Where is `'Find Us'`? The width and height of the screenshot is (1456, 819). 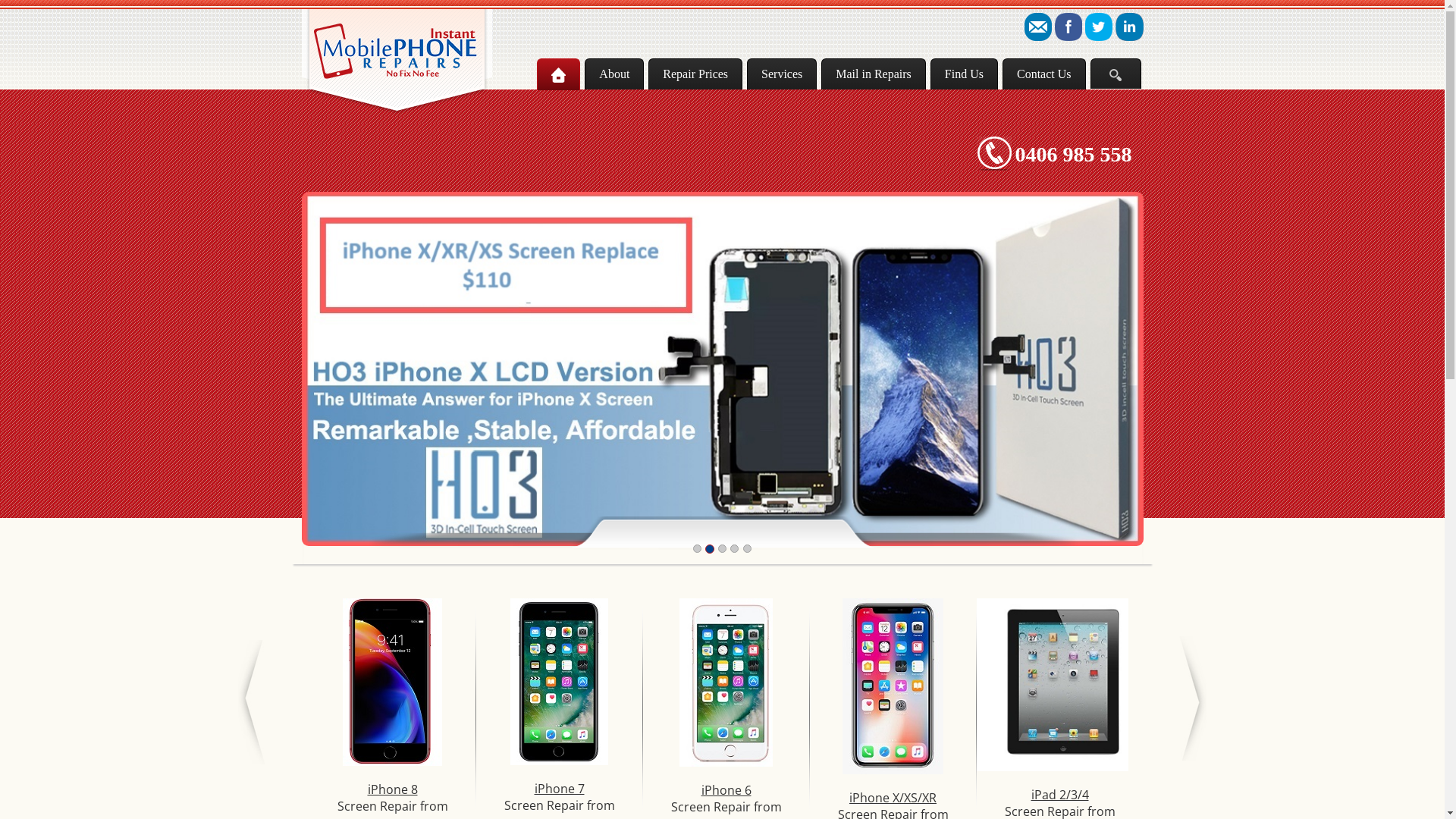
'Find Us' is located at coordinates (963, 74).